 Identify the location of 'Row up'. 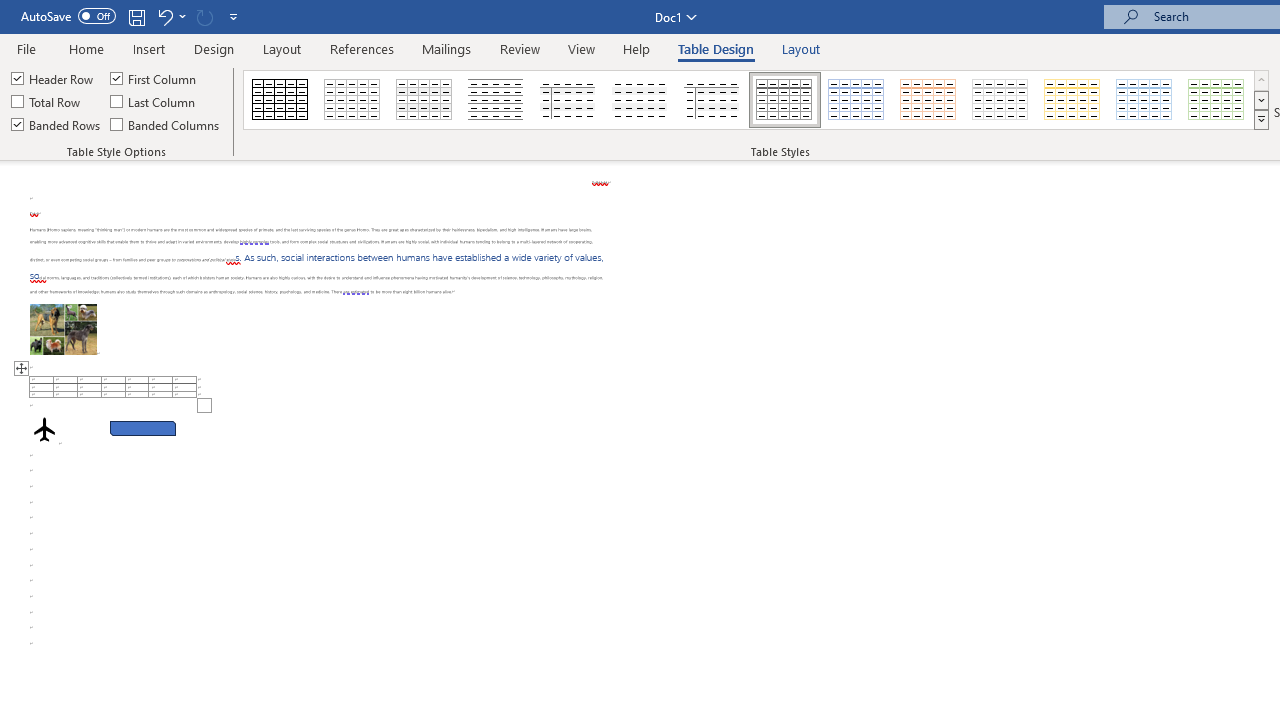
(1260, 79).